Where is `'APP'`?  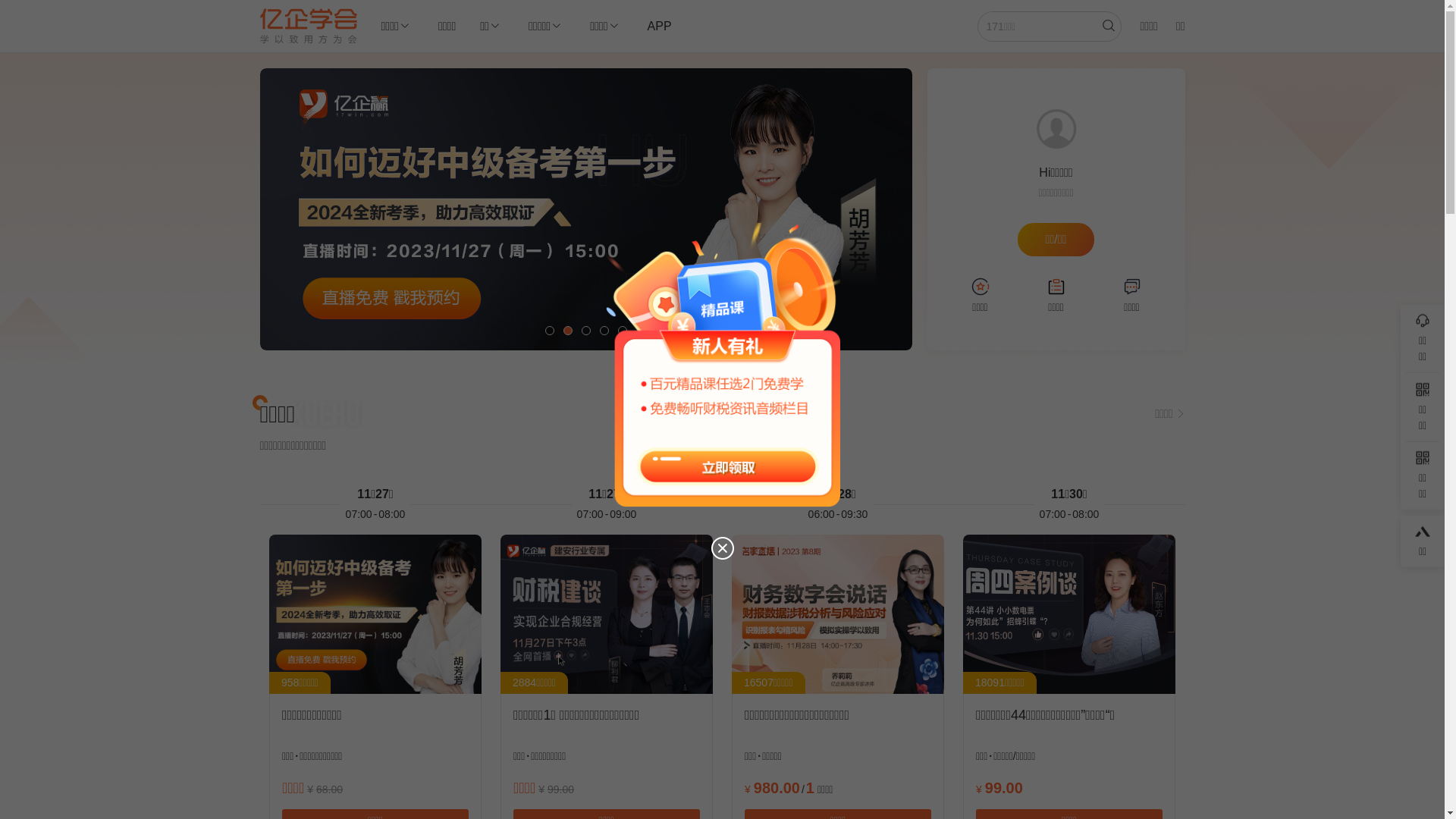
'APP' is located at coordinates (659, 26).